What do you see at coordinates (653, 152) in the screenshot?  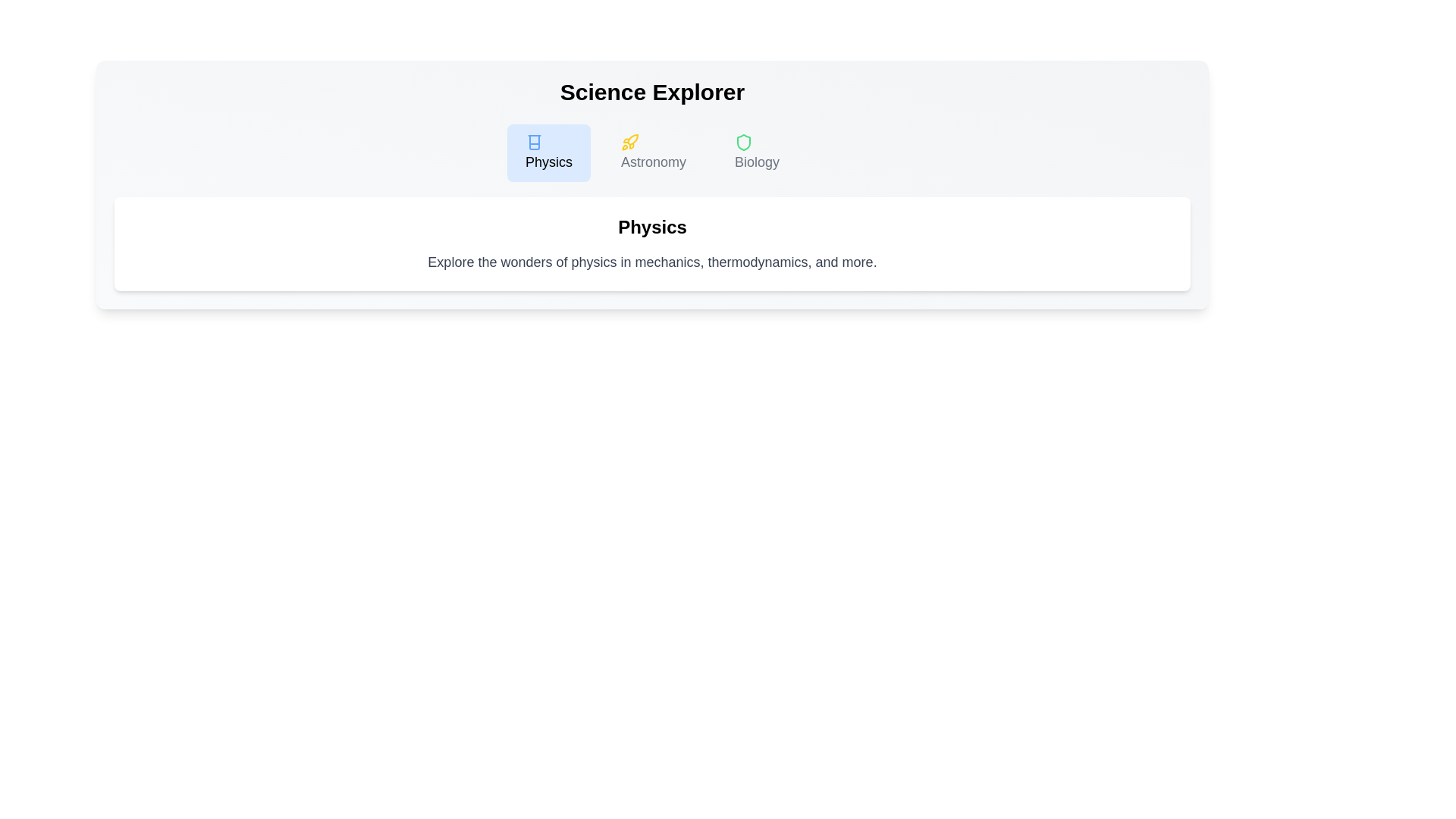 I see `the Astronomy tab by clicking on its respective button` at bounding box center [653, 152].